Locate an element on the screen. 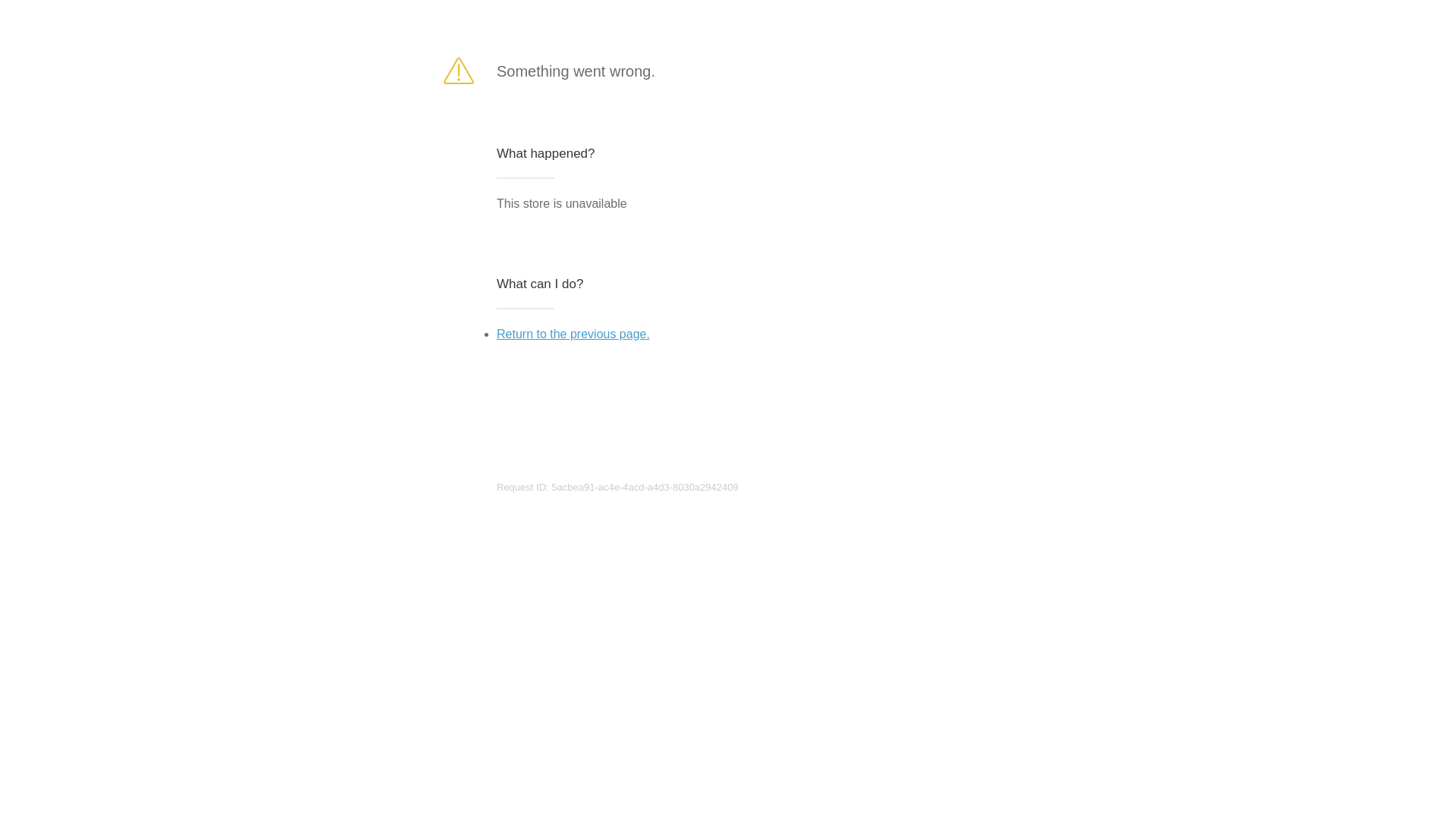 This screenshot has width=1456, height=819. 'Return to the previous page.' is located at coordinates (572, 333).